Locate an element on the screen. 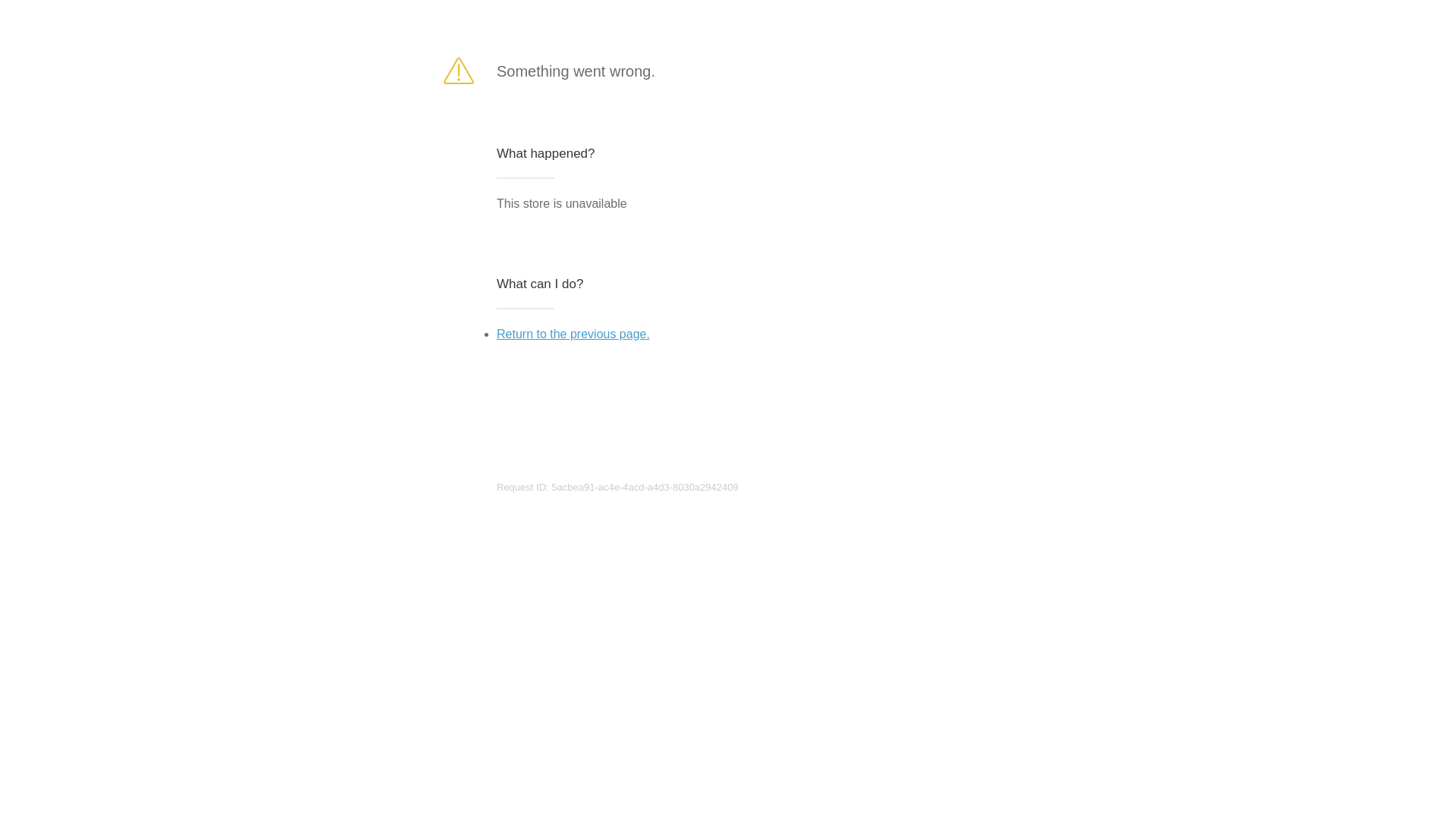 This screenshot has width=1456, height=819. 'Return to the previous page.' is located at coordinates (572, 333).